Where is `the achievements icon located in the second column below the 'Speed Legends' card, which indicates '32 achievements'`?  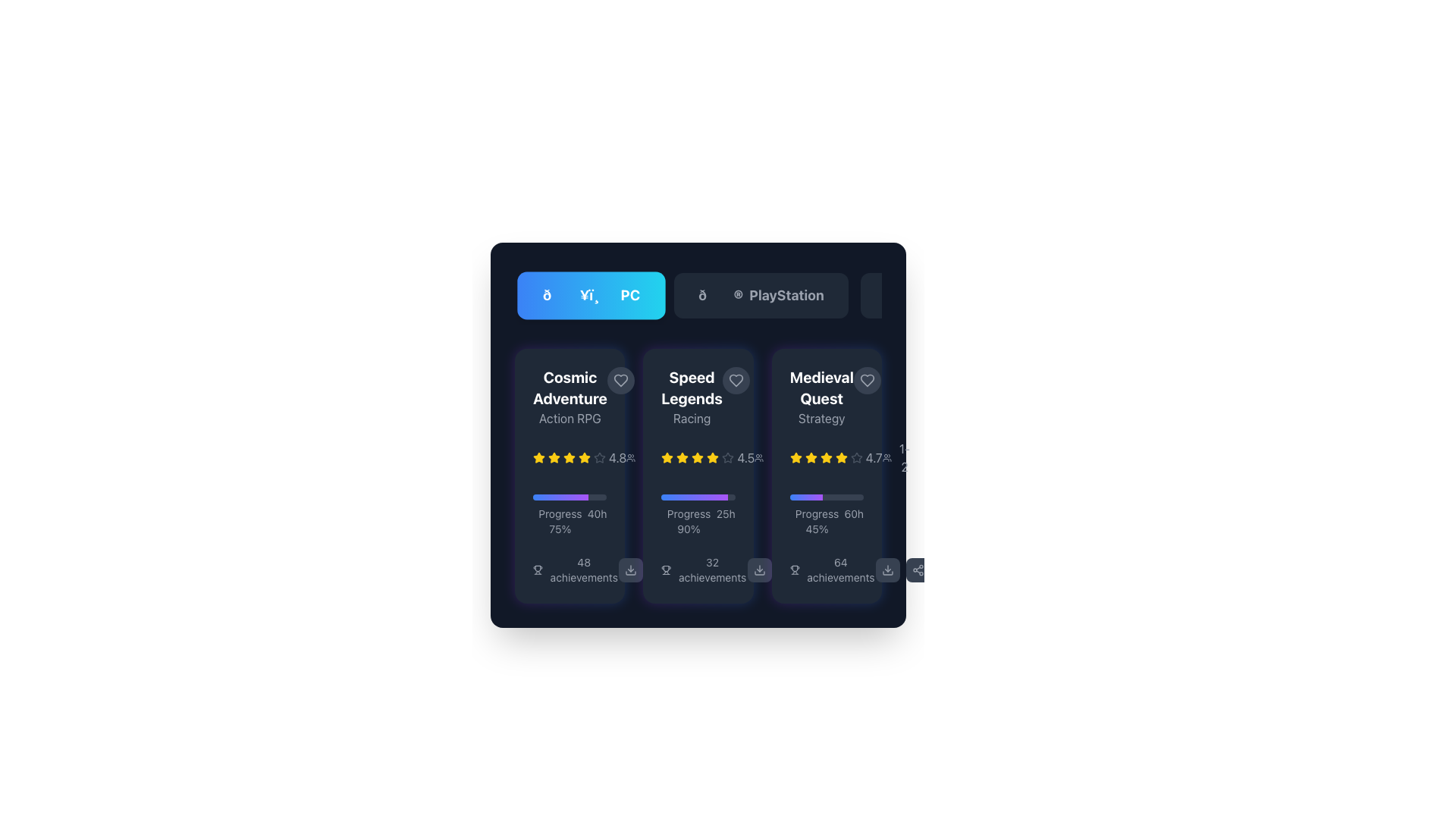
the achievements icon located in the second column below the 'Speed Legends' card, which indicates '32 achievements' is located at coordinates (666, 570).